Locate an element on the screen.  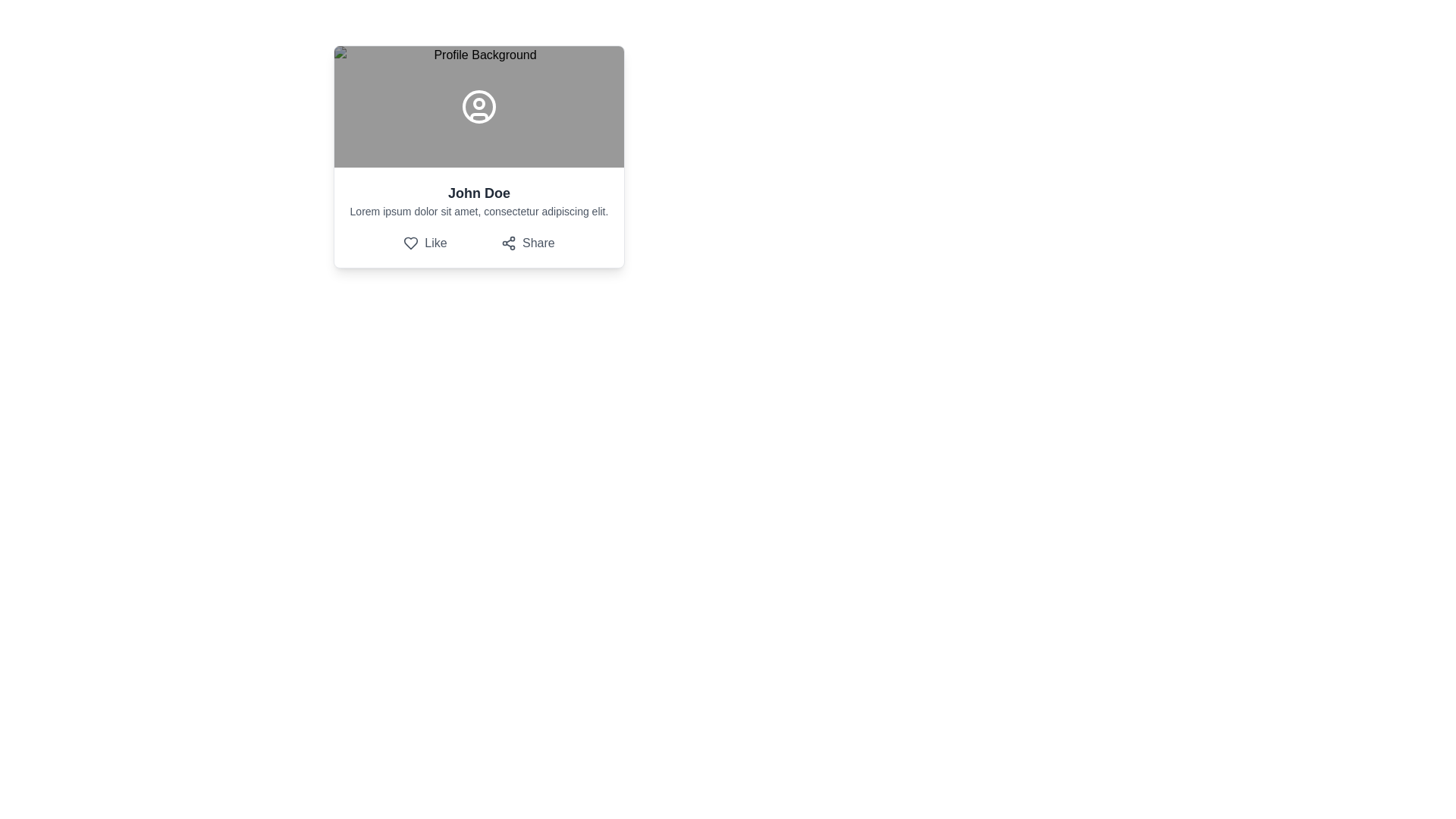
the largest circular SVG graphic component located within the user profile icon at the top section of the user profile card is located at coordinates (479, 106).